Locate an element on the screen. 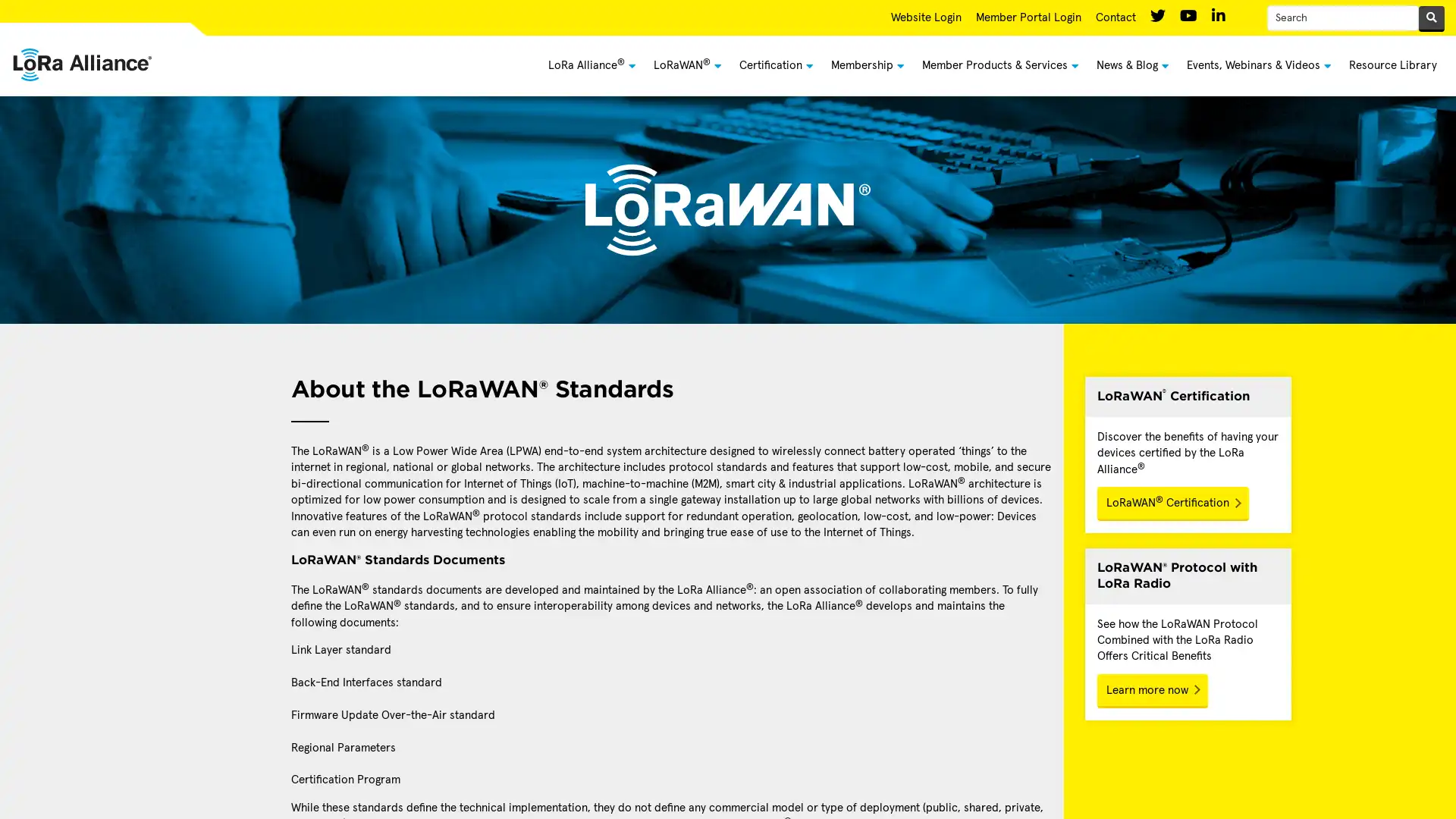  LoRaWAN Certification is located at coordinates (1171, 504).